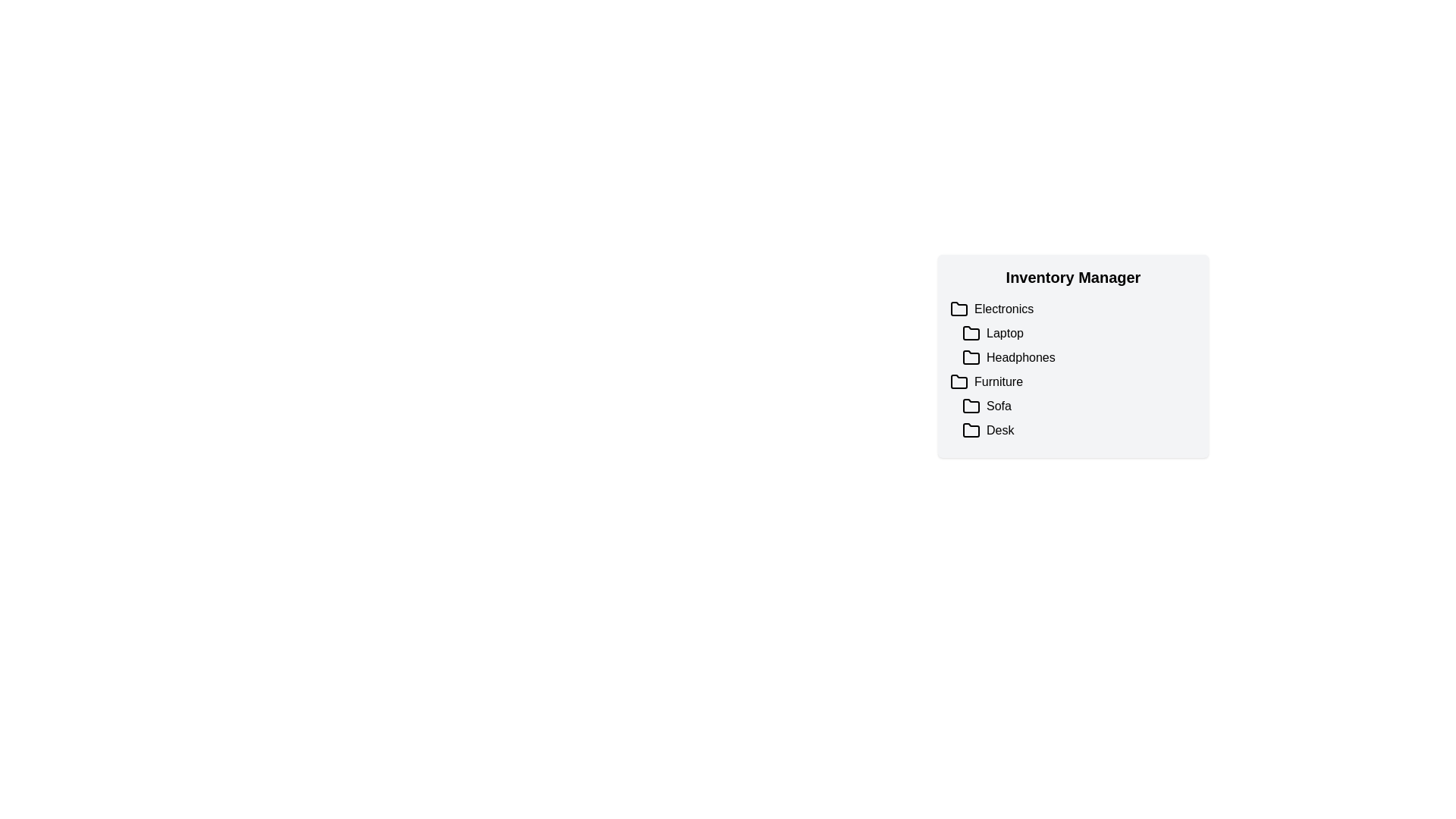 This screenshot has height=819, width=1456. I want to click on the 'Electronics' category list item in the Inventory Manager, so click(1072, 309).